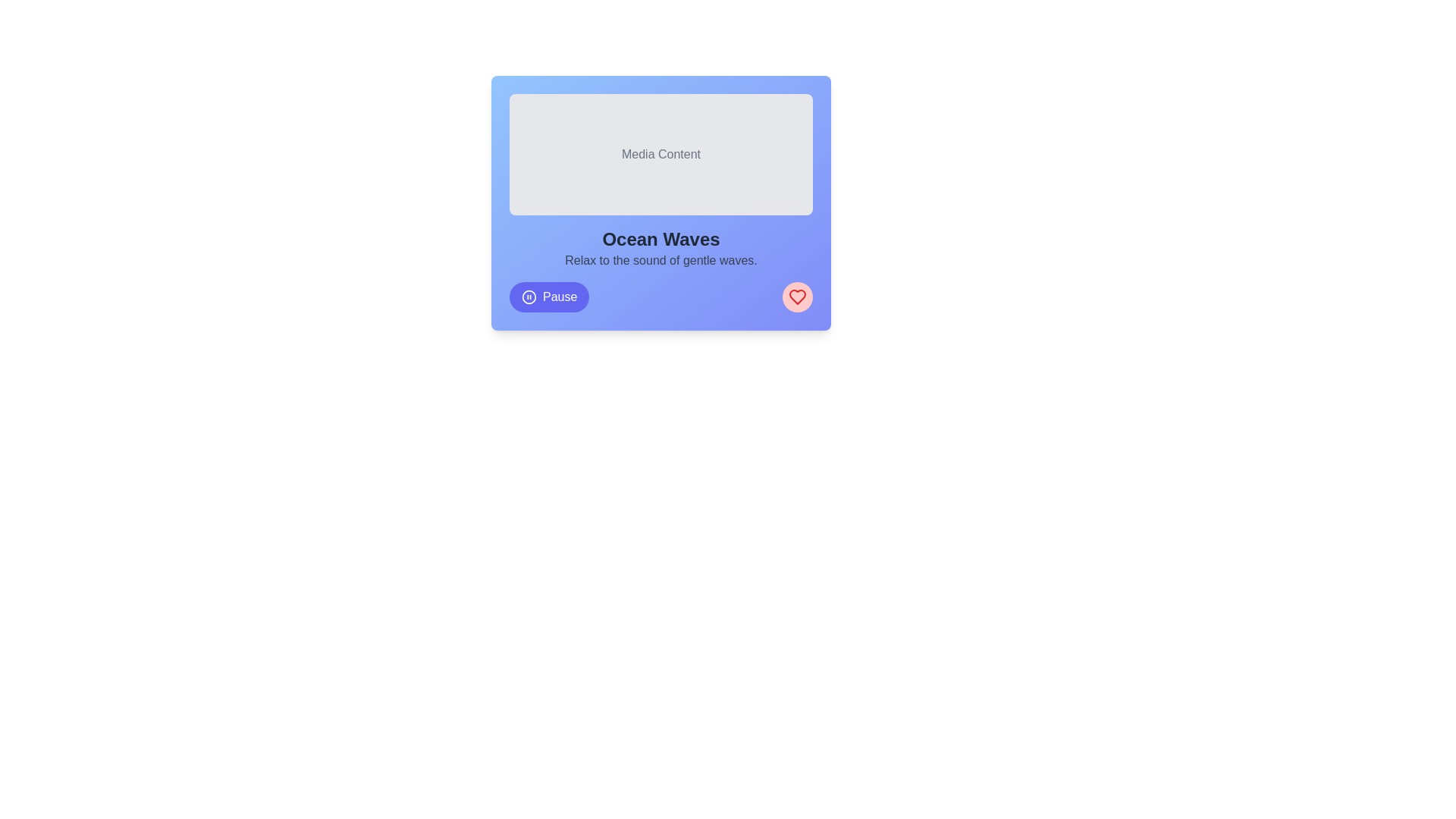 This screenshot has width=1456, height=819. Describe the element at coordinates (661, 259) in the screenshot. I see `the static informational text located below the 'Ocean Waves' title in the card, which provides additional context to the title and is positioned above interactive components` at that location.